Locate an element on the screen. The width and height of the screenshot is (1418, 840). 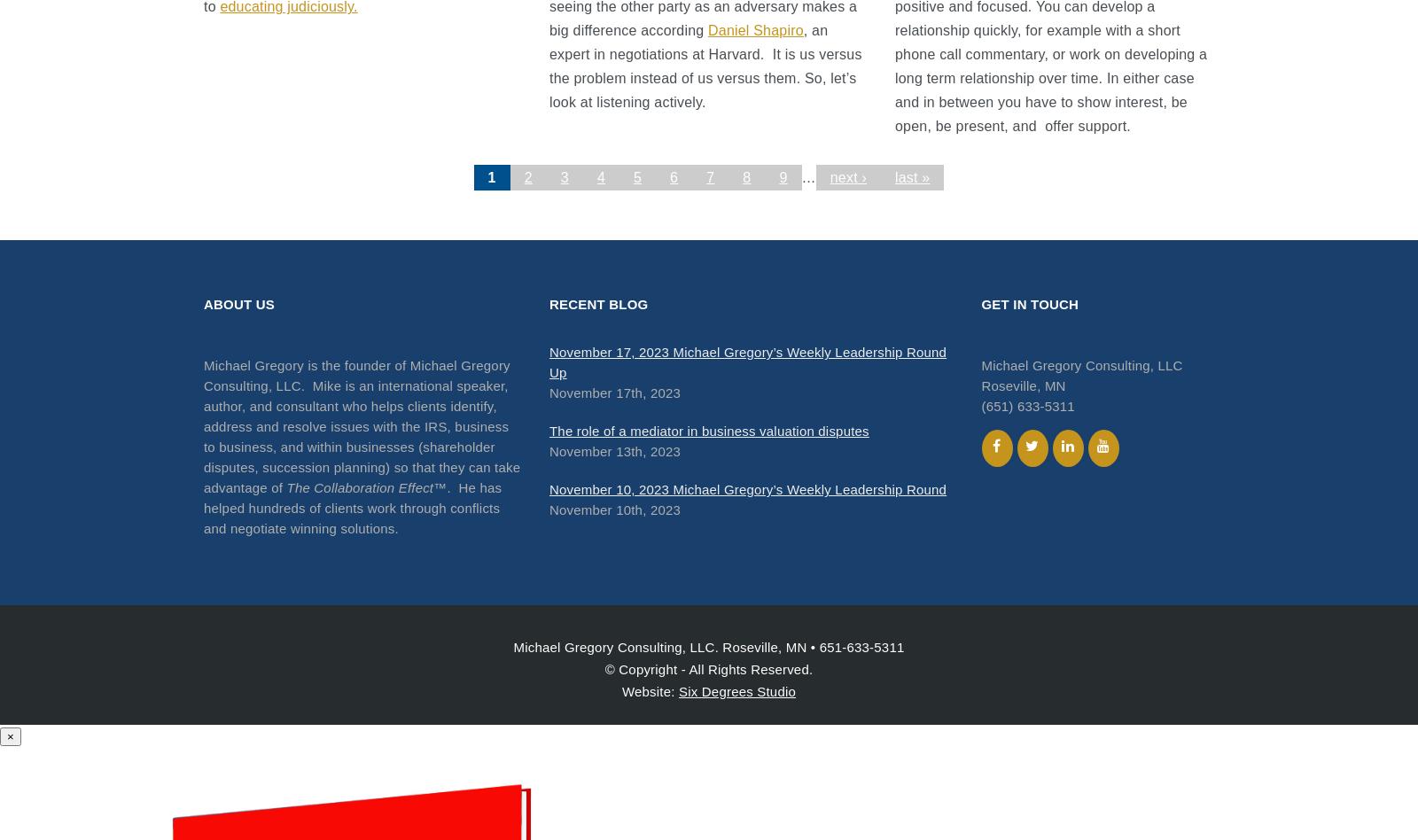
'.  He has helped hundreds of clients work through conflicts and negotiate winning solutions.' is located at coordinates (352, 508).